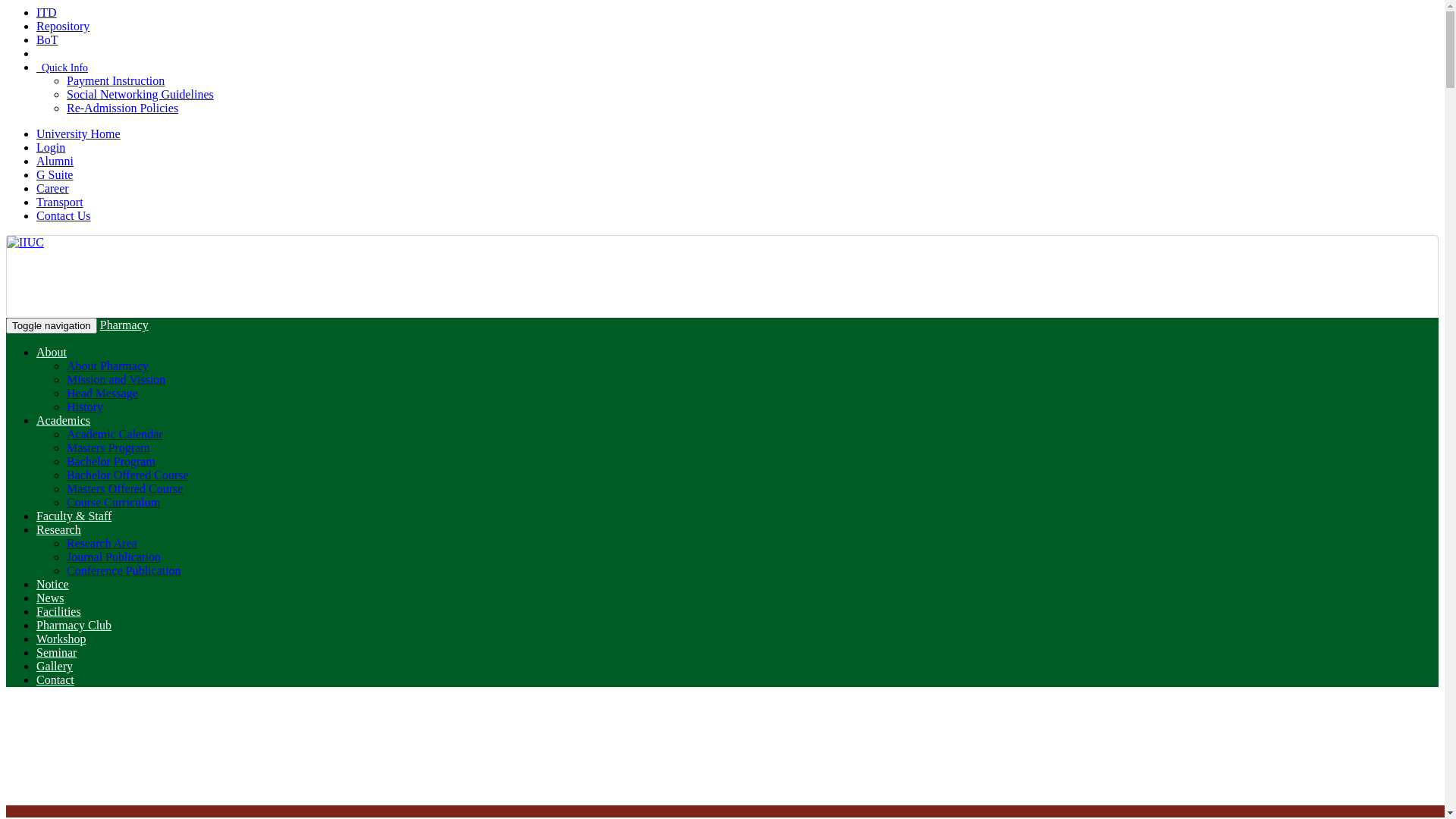 The image size is (1456, 819). Describe the element at coordinates (107, 366) in the screenshot. I see `'About Pharmacy'` at that location.